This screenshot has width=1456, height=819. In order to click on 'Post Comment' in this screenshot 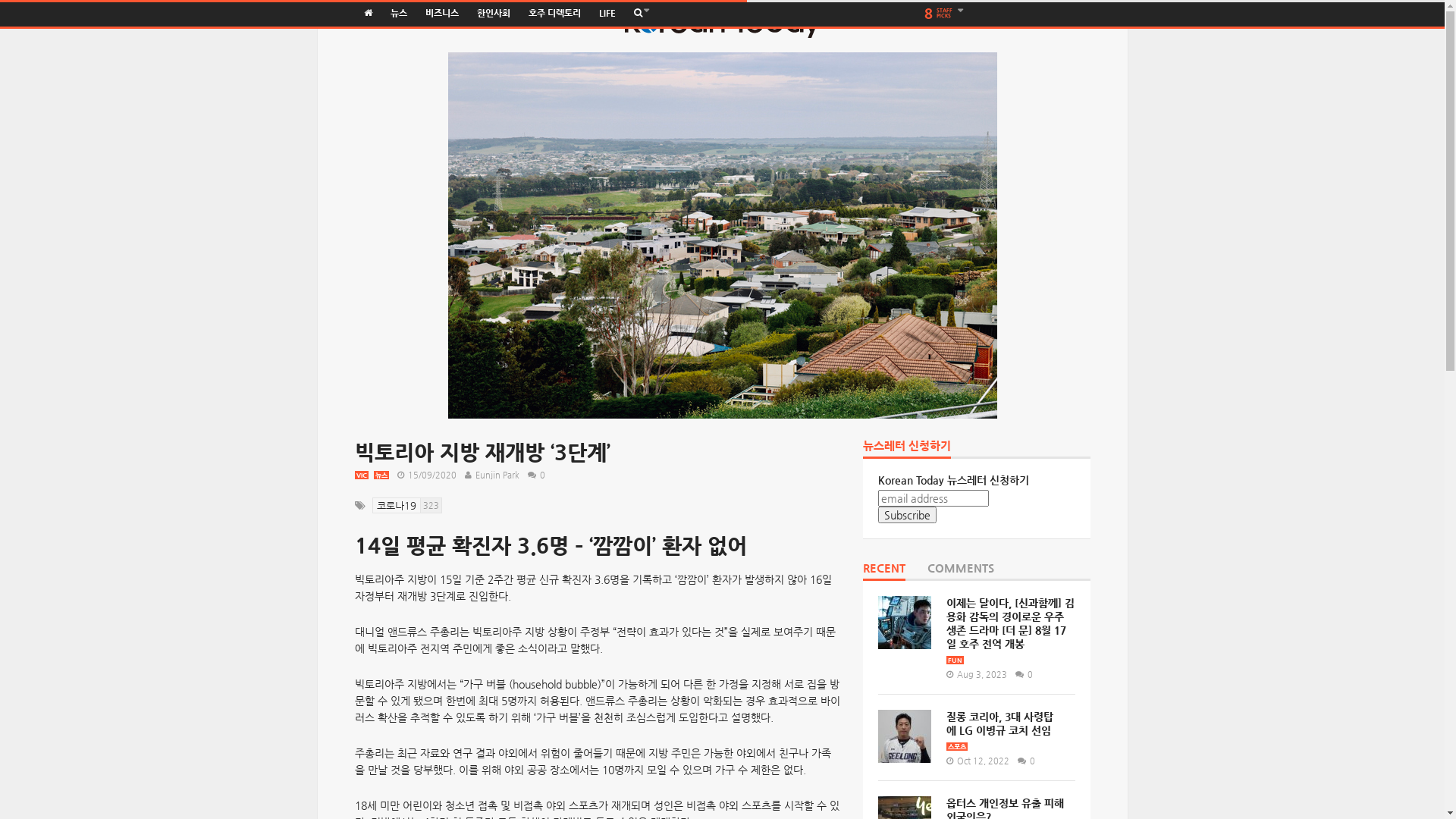, I will do `click(77, 8)`.